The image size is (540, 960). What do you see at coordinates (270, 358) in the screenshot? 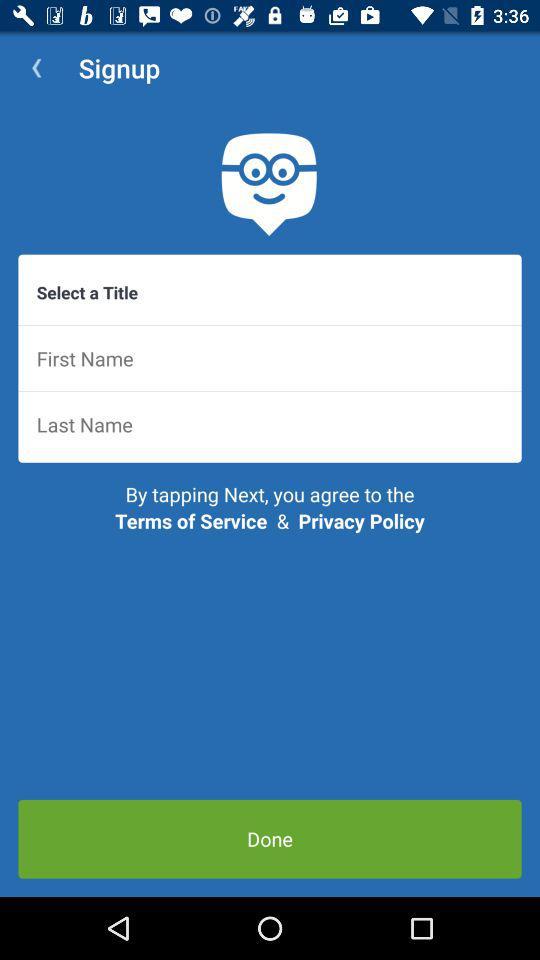
I see `first name` at bounding box center [270, 358].